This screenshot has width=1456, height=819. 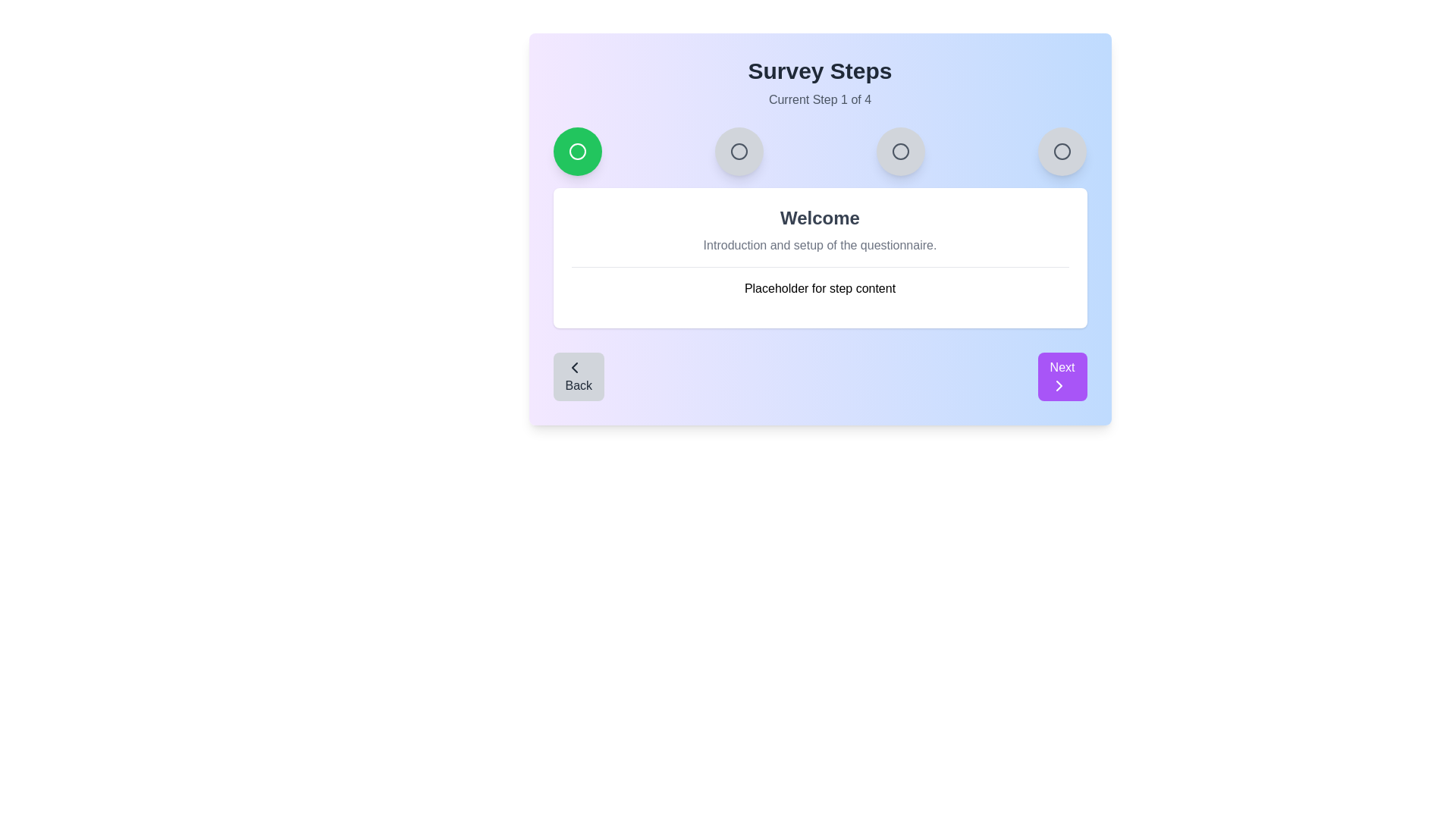 What do you see at coordinates (739, 152) in the screenshot?
I see `the second circular step indicator in the navigation area, which is a hollow gray outline located above the main content area` at bounding box center [739, 152].